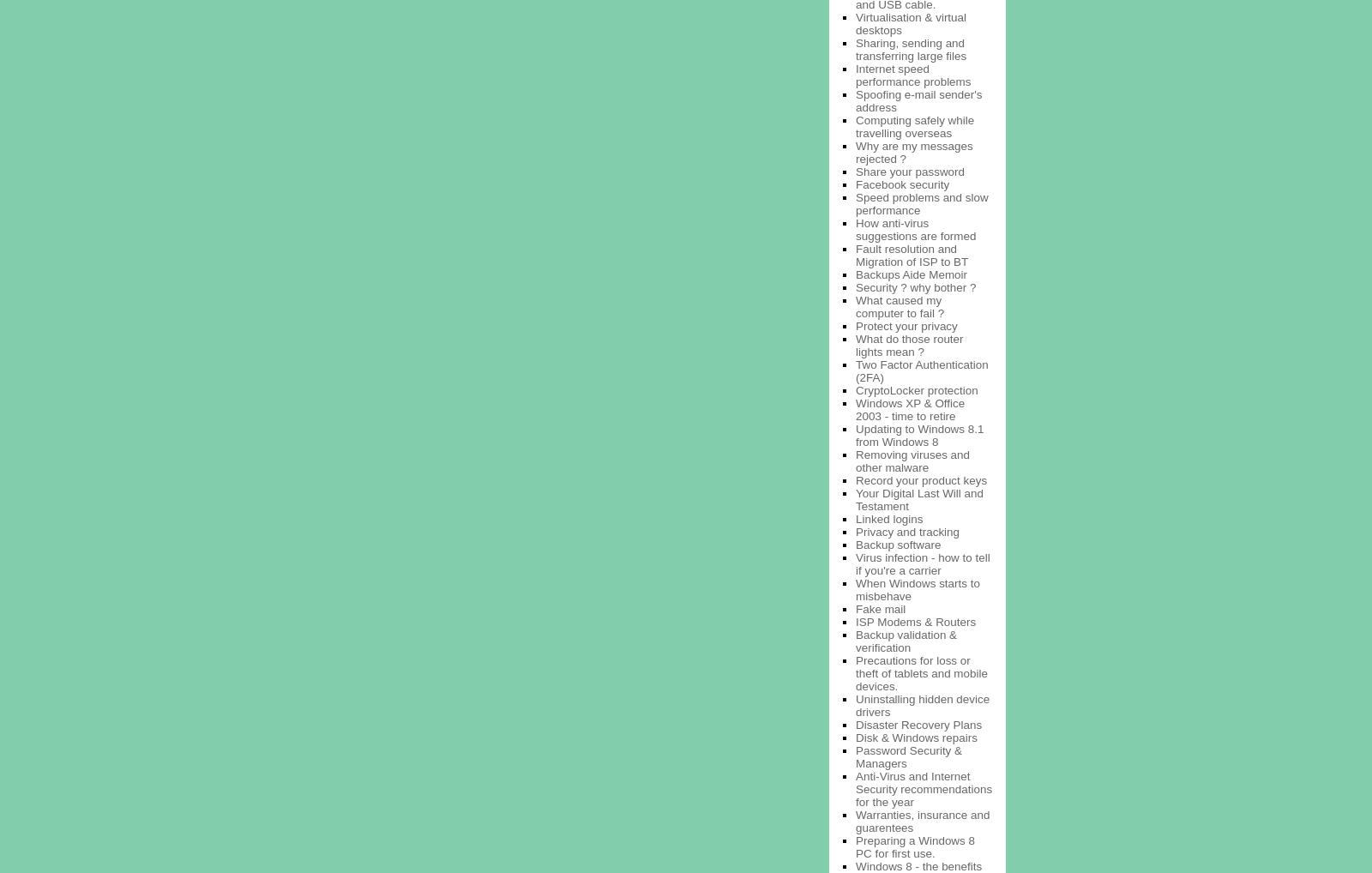 The height and width of the screenshot is (873, 1372). I want to click on 'Record your product keys', so click(921, 479).